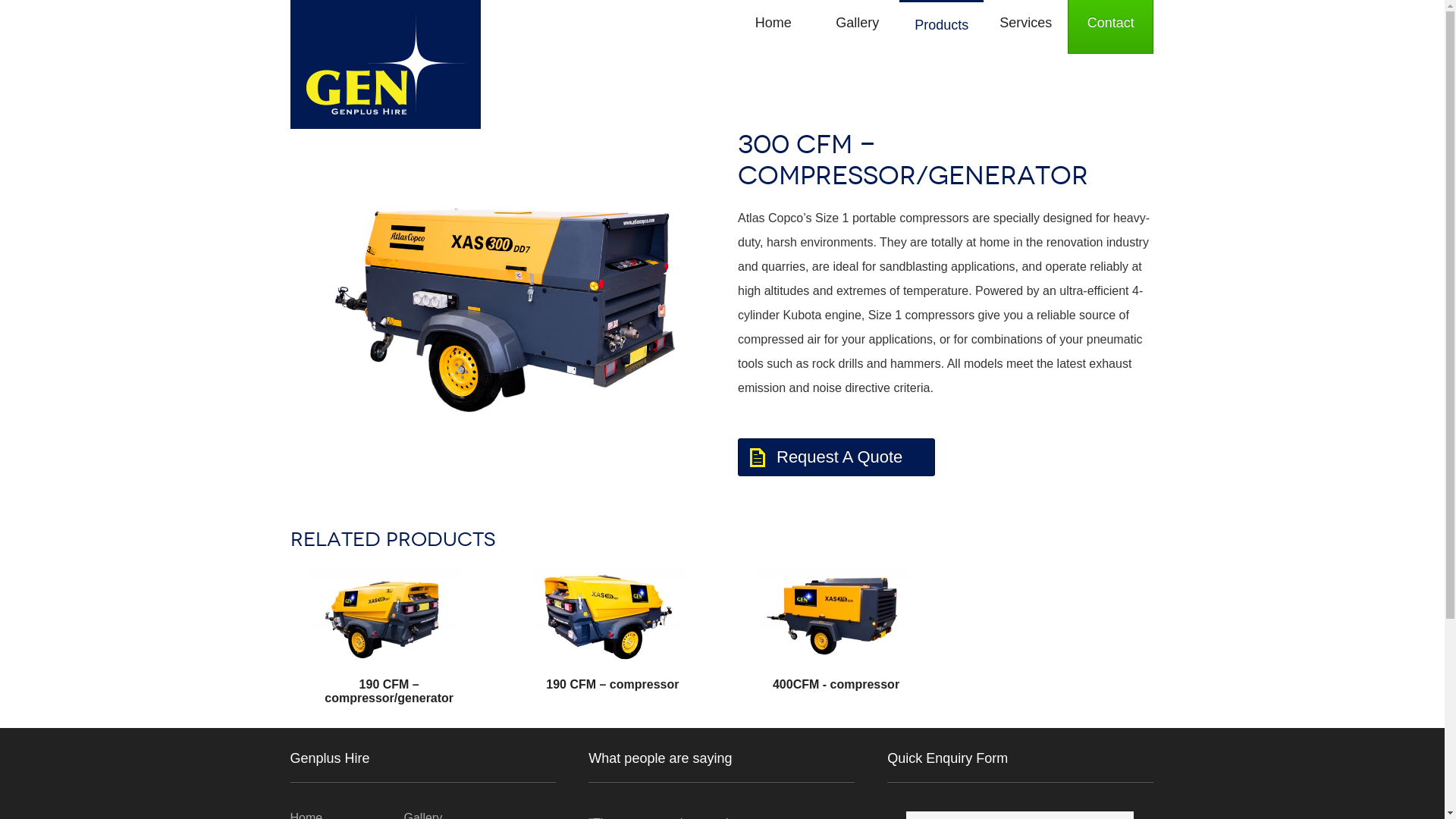 This screenshot has width=1456, height=819. What do you see at coordinates (836, 456) in the screenshot?
I see `'Request A Quote'` at bounding box center [836, 456].